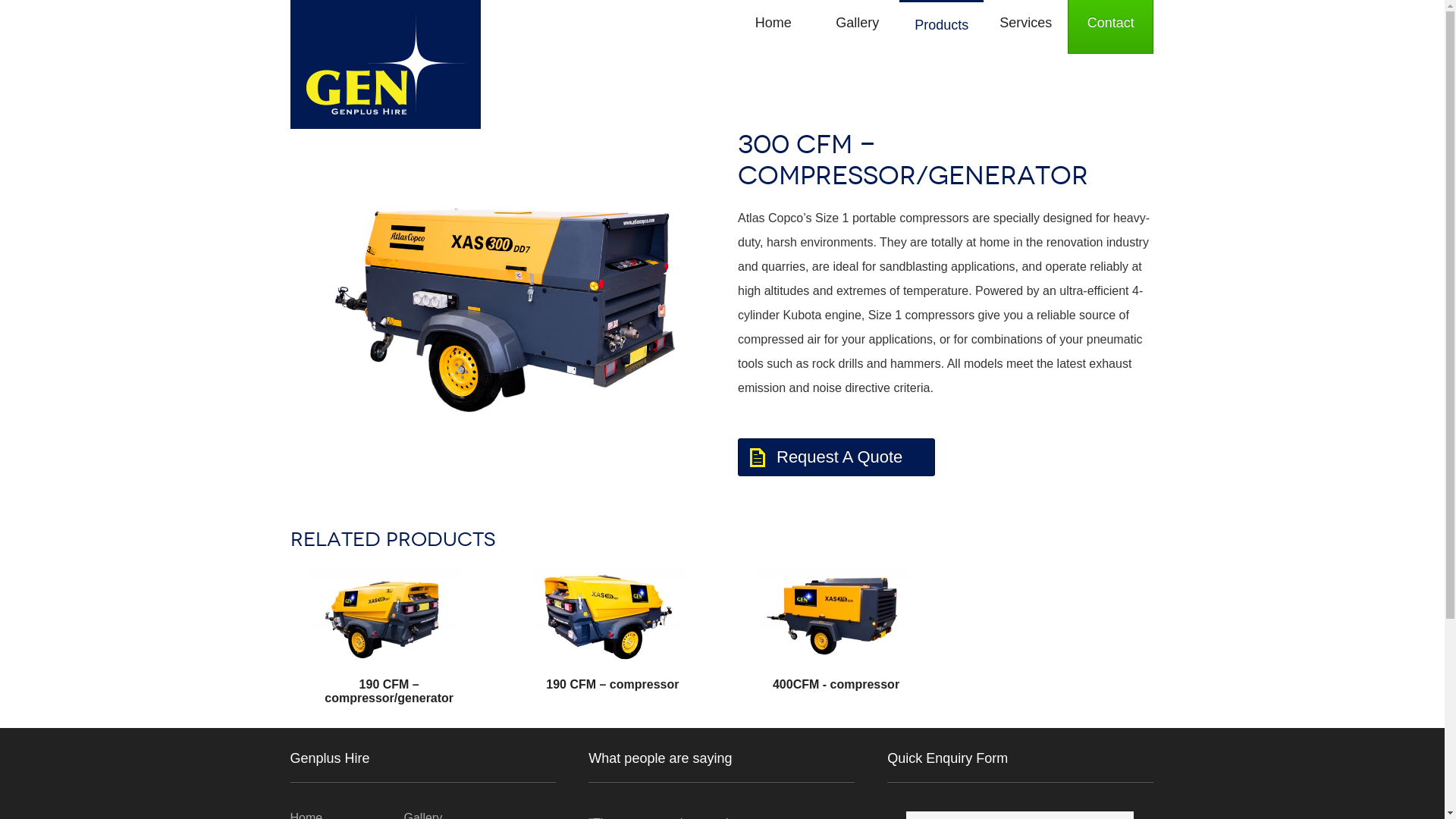 This screenshot has width=1456, height=819. What do you see at coordinates (836, 456) in the screenshot?
I see `'Request A Quote'` at bounding box center [836, 456].